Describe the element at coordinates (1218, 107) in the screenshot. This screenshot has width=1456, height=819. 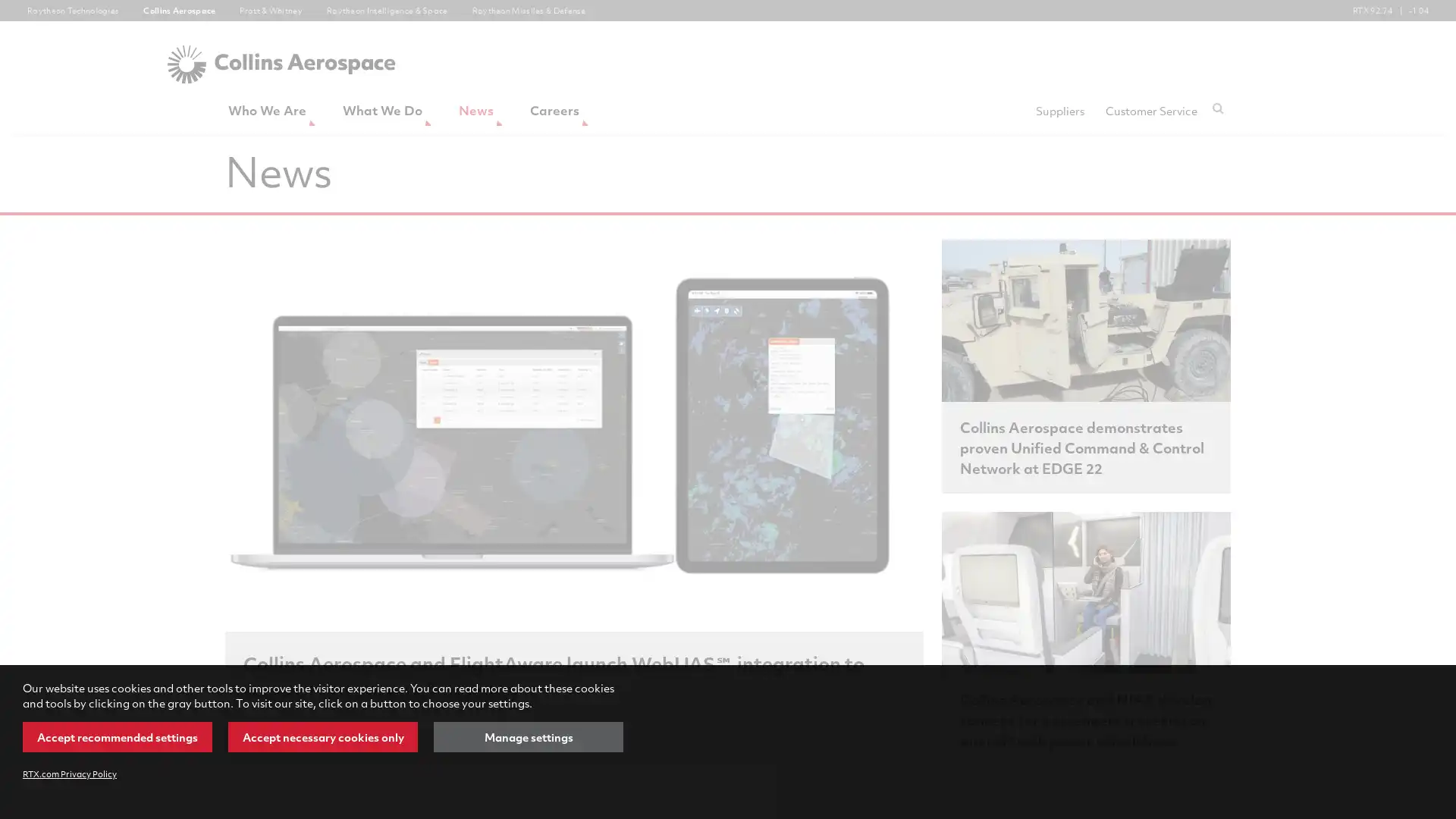
I see `Submit search request` at that location.